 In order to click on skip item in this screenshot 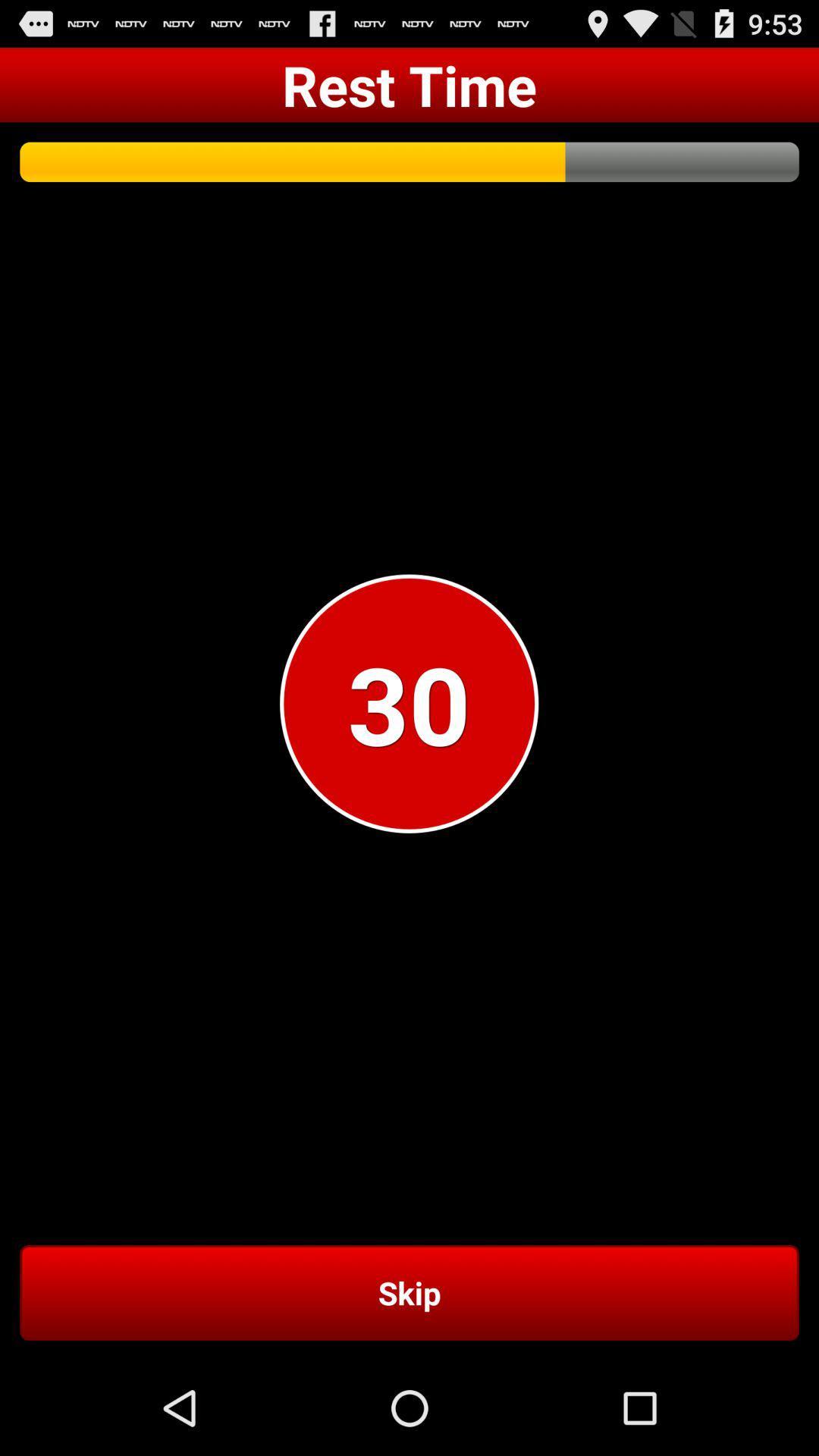, I will do `click(409, 1291)`.